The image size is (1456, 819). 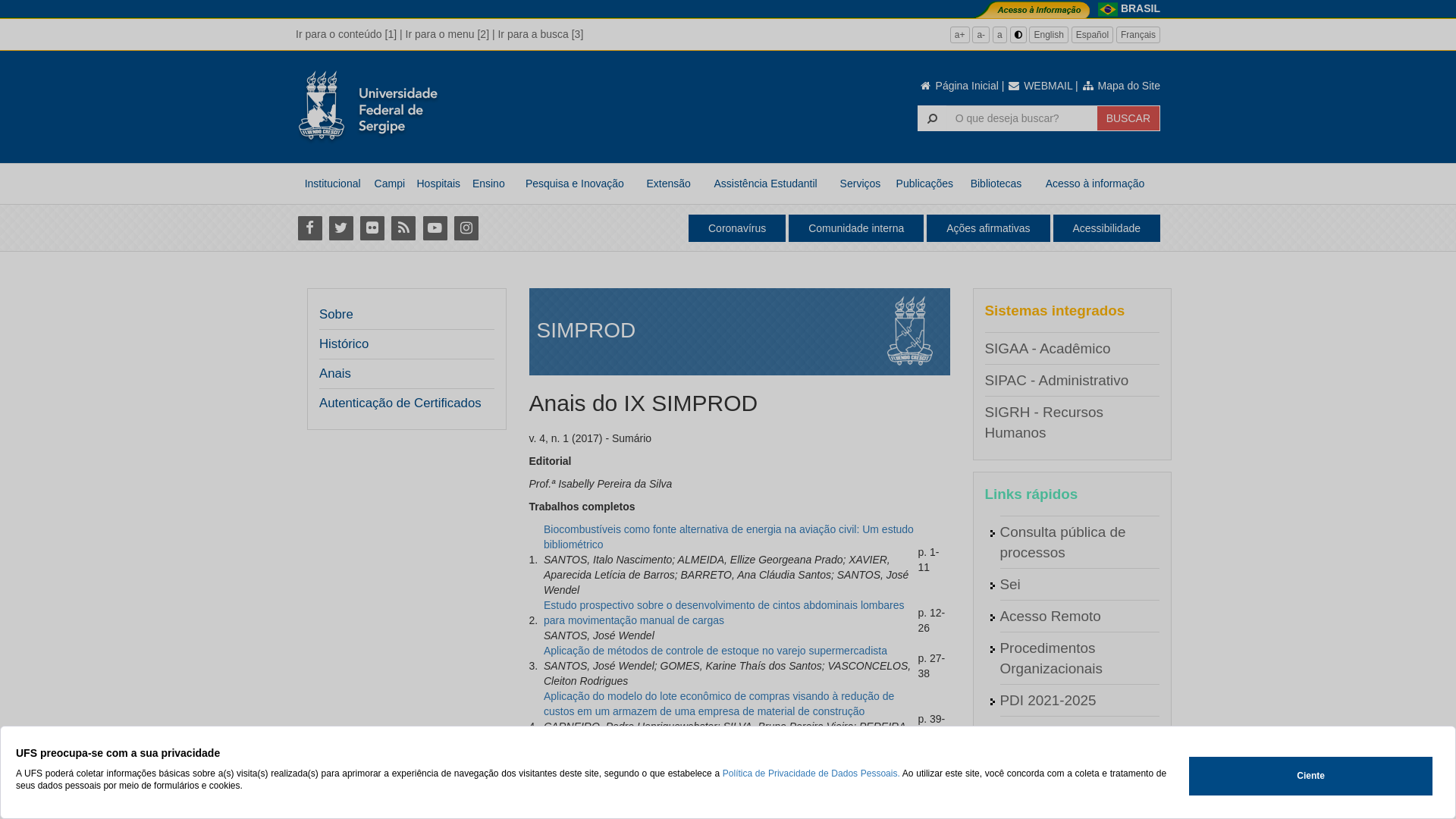 What do you see at coordinates (340, 227) in the screenshot?
I see `'Twitter'` at bounding box center [340, 227].